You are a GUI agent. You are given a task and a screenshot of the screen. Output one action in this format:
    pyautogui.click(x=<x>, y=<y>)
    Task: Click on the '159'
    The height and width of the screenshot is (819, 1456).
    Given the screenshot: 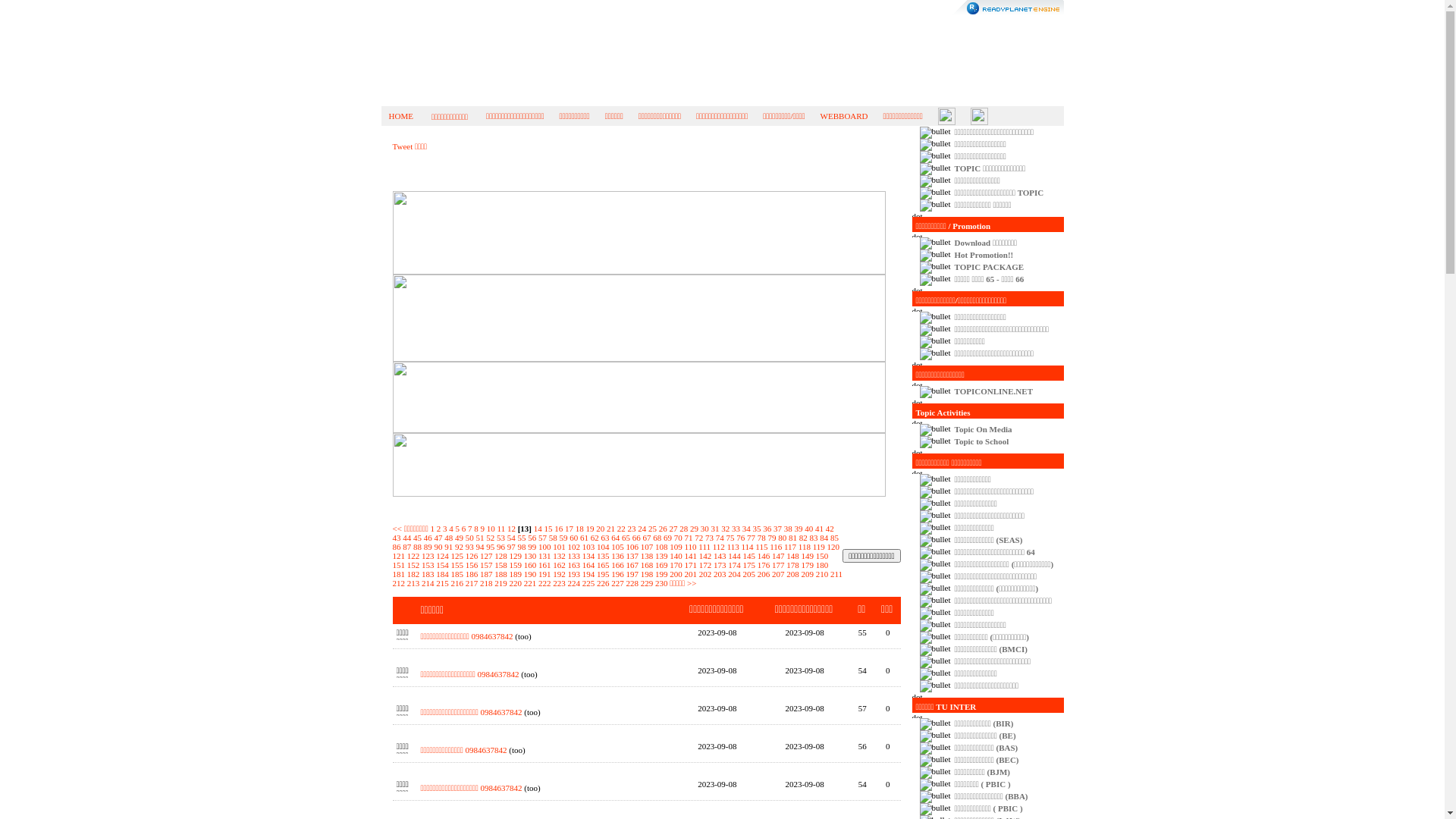 What is the action you would take?
    pyautogui.click(x=510, y=564)
    